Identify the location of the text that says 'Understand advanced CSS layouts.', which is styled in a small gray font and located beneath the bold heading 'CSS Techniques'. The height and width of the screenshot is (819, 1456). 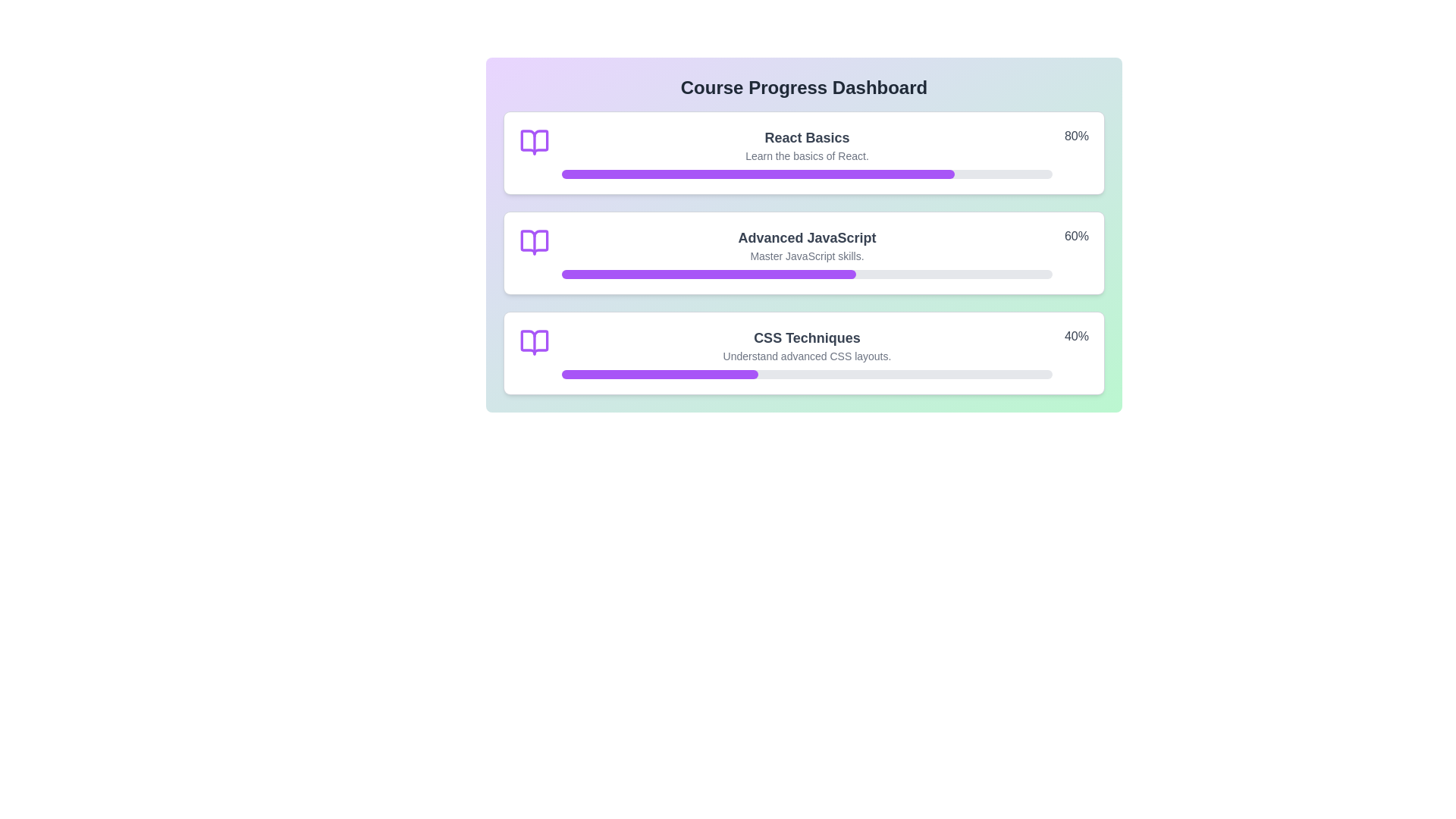
(806, 356).